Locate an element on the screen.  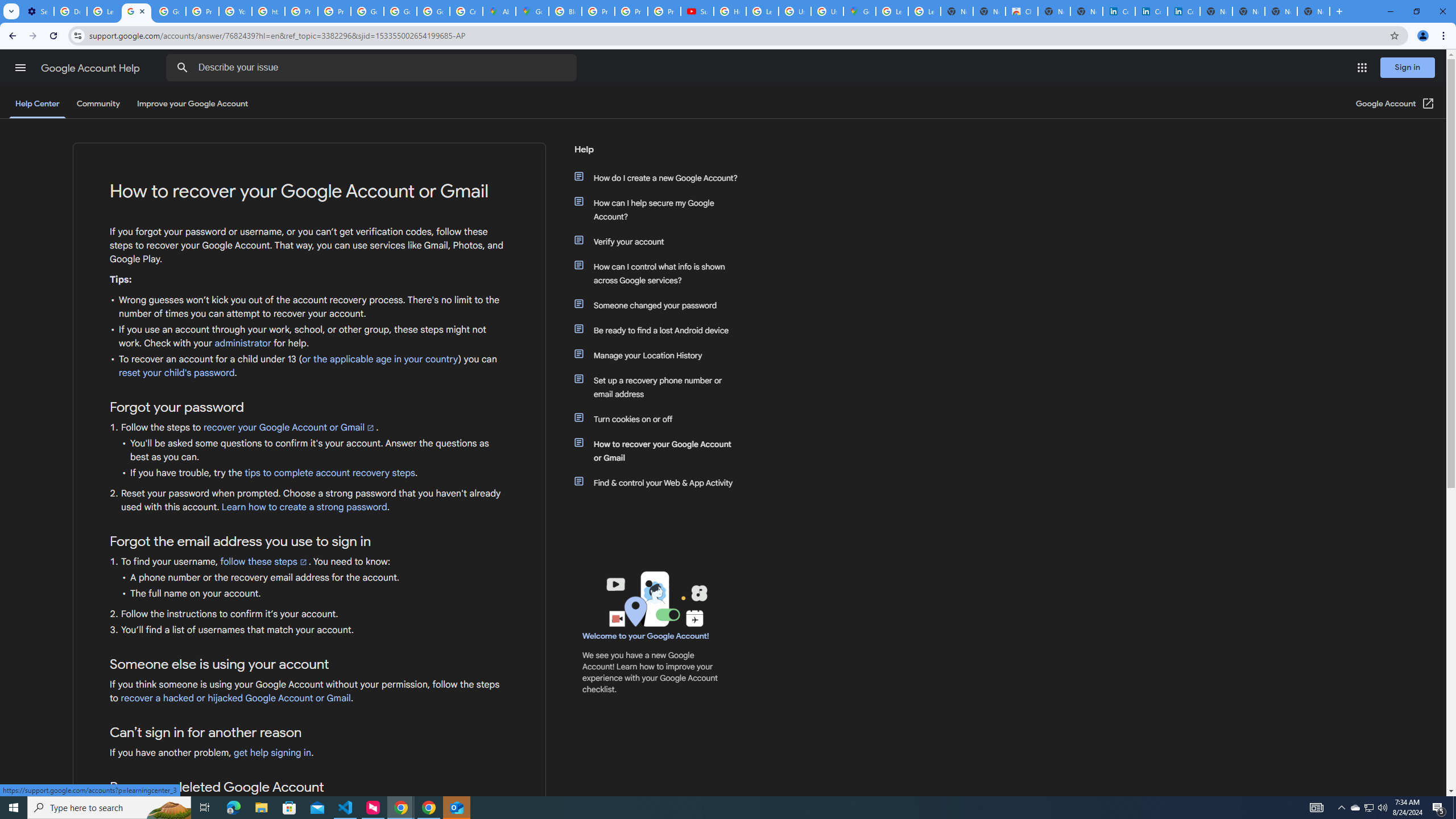
'Find & control your Web & App Activity' is located at coordinates (661, 482).